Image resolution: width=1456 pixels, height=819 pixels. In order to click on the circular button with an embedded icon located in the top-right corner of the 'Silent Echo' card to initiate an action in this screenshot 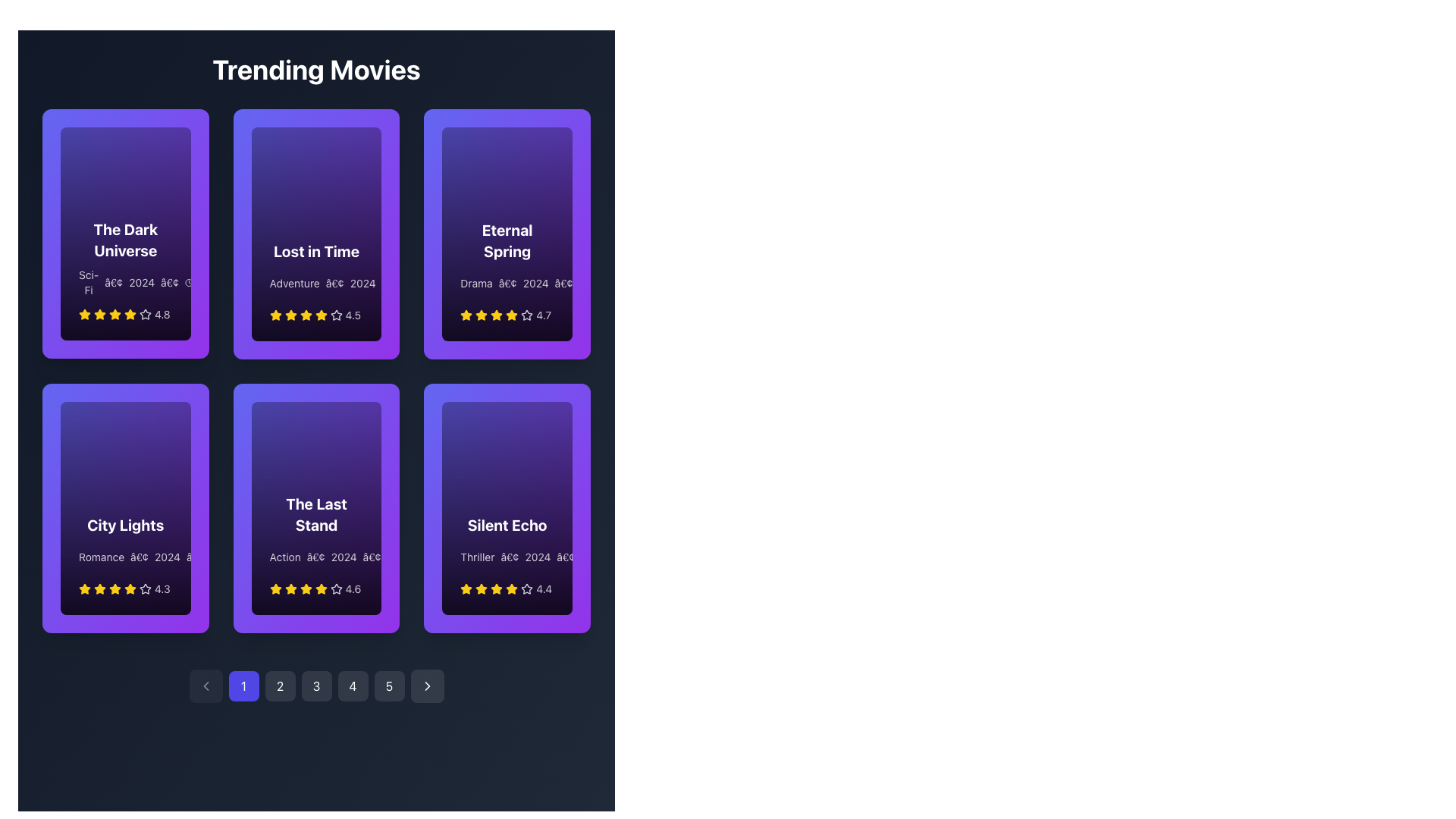, I will do `click(563, 415)`.